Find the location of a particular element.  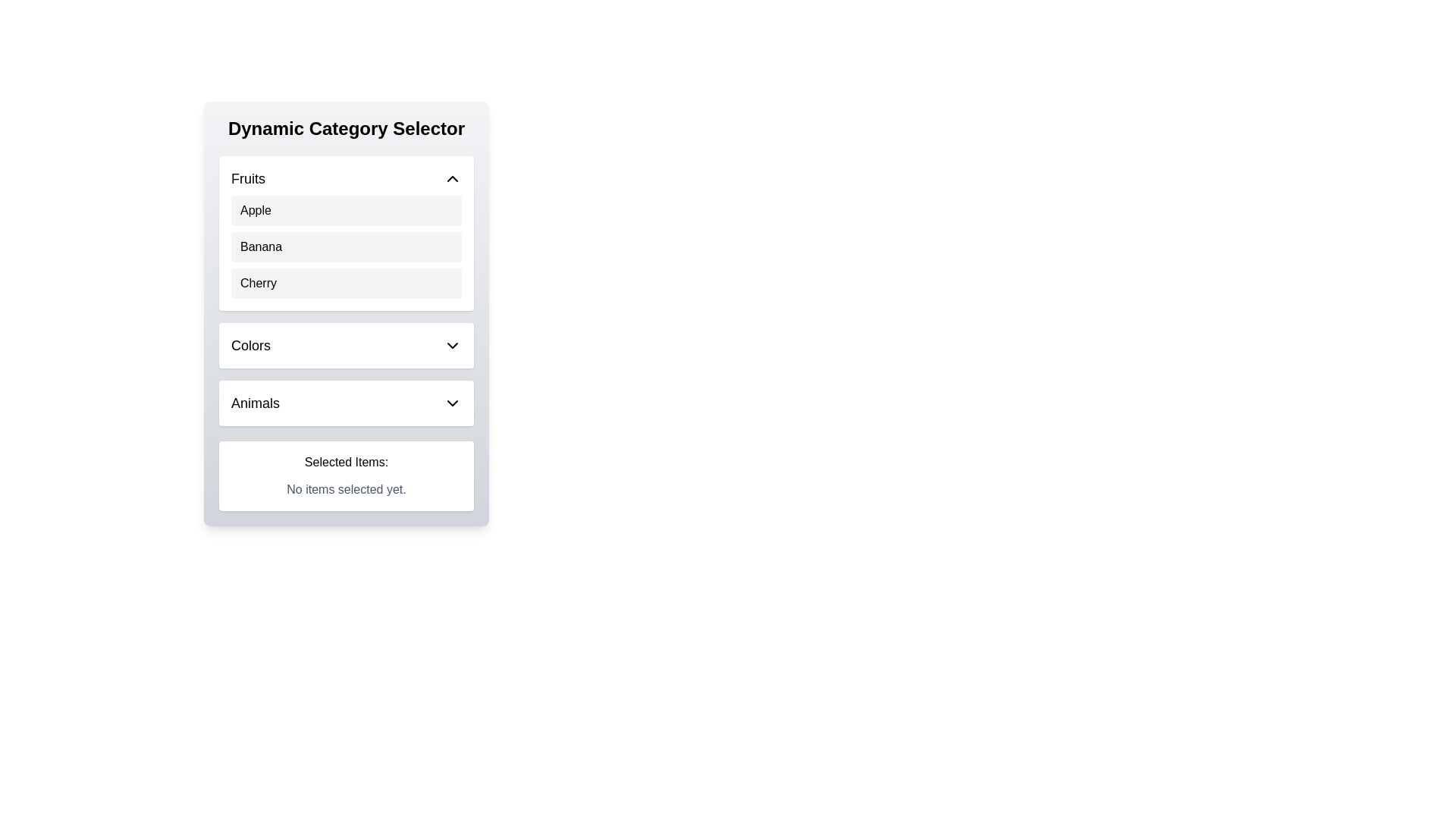

the second item in the dropdown list under 'Fruits' to change its background color is located at coordinates (345, 246).